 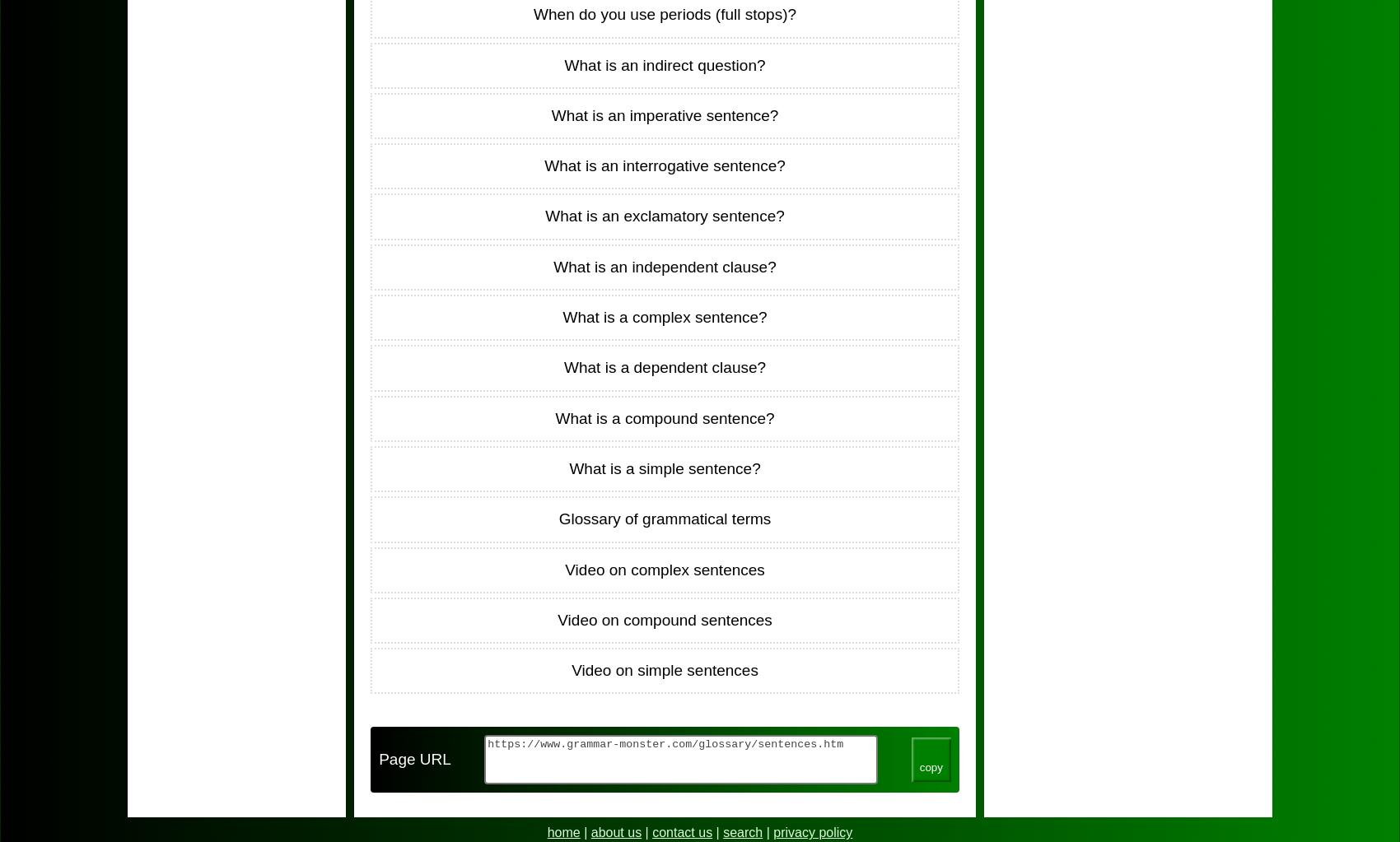 What do you see at coordinates (663, 618) in the screenshot?
I see `'Video on compound sentences'` at bounding box center [663, 618].